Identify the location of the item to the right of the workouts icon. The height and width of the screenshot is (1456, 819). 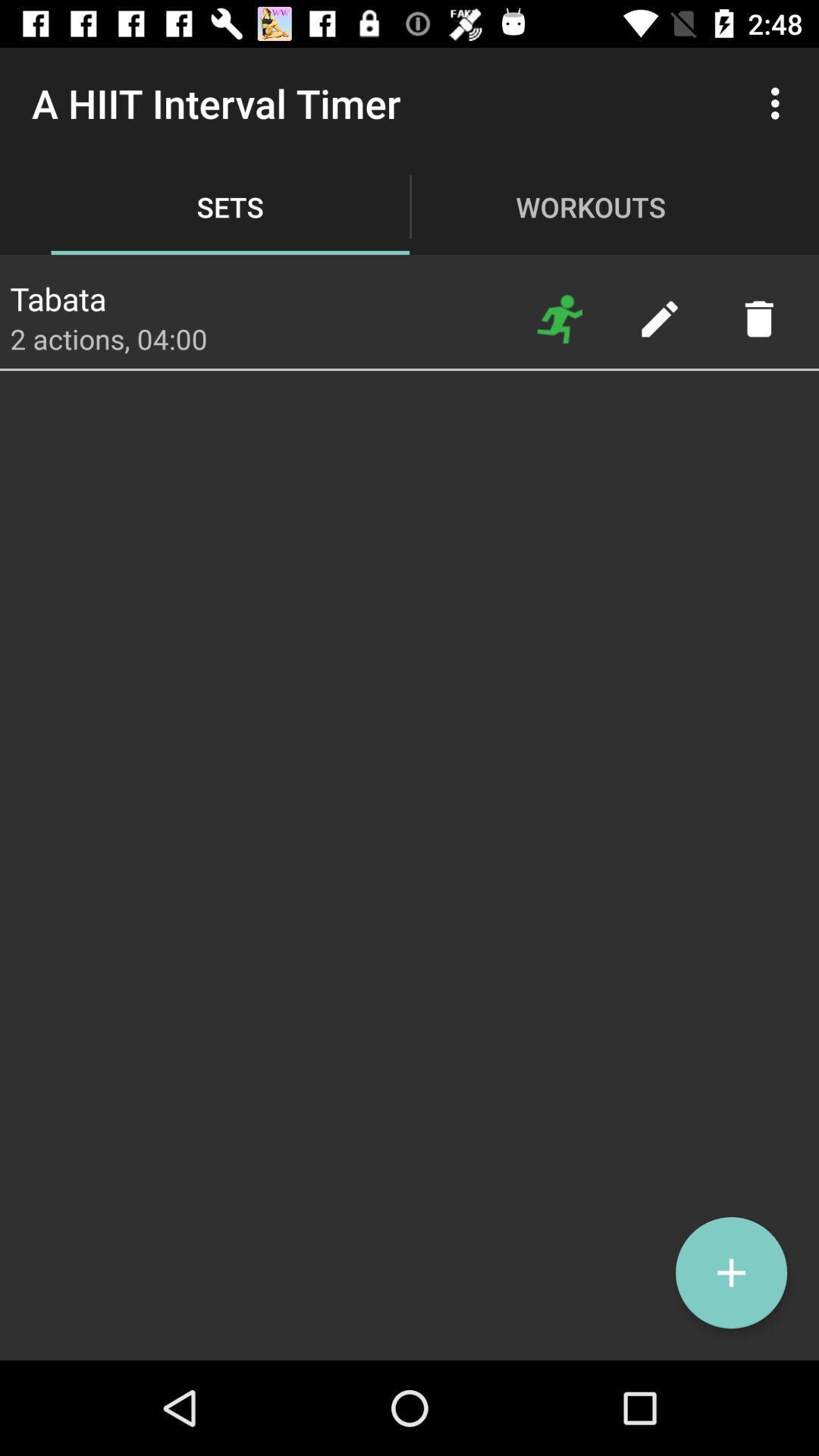
(779, 102).